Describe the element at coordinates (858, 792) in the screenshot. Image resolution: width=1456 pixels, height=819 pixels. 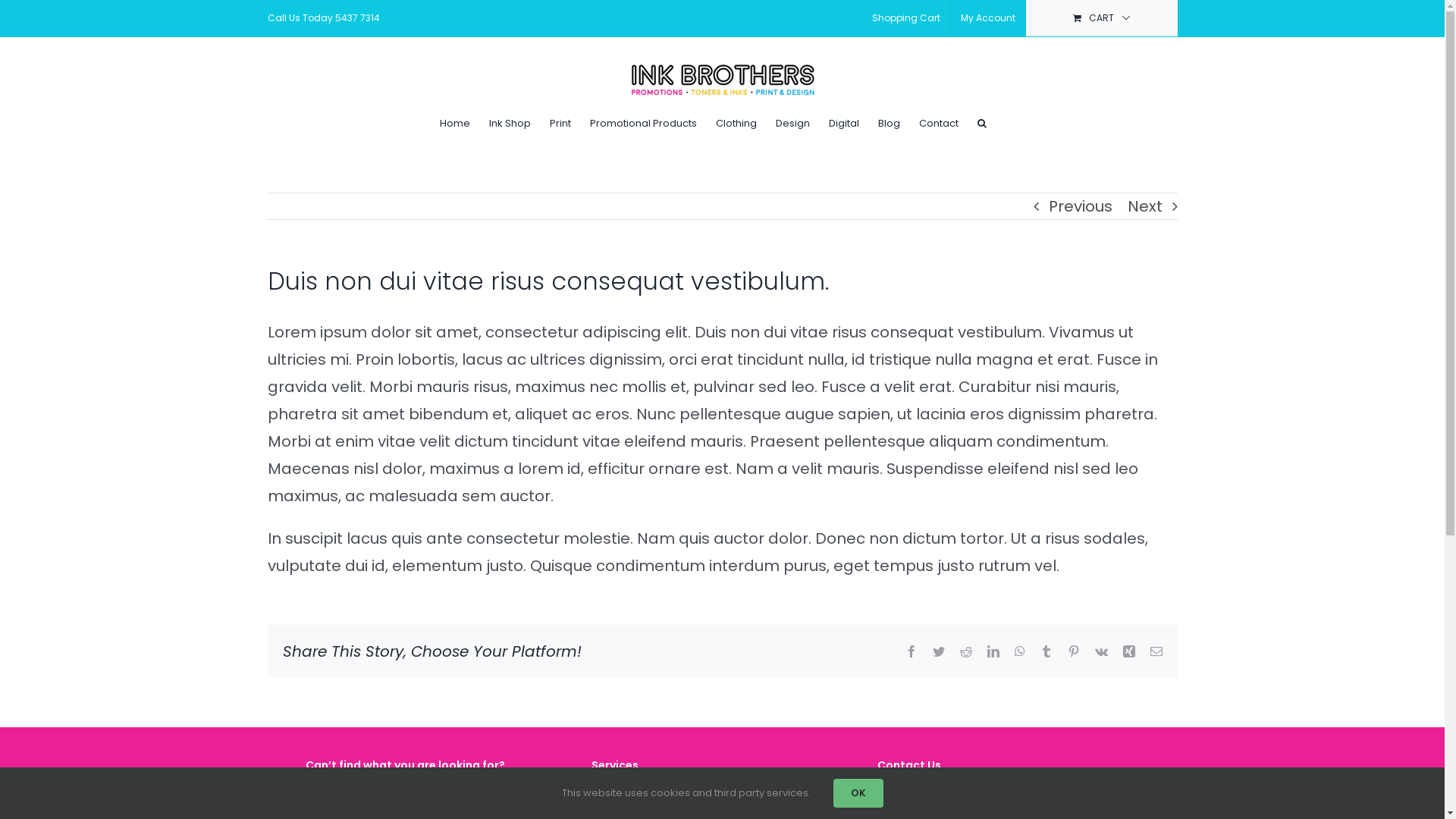
I see `'OK'` at that location.